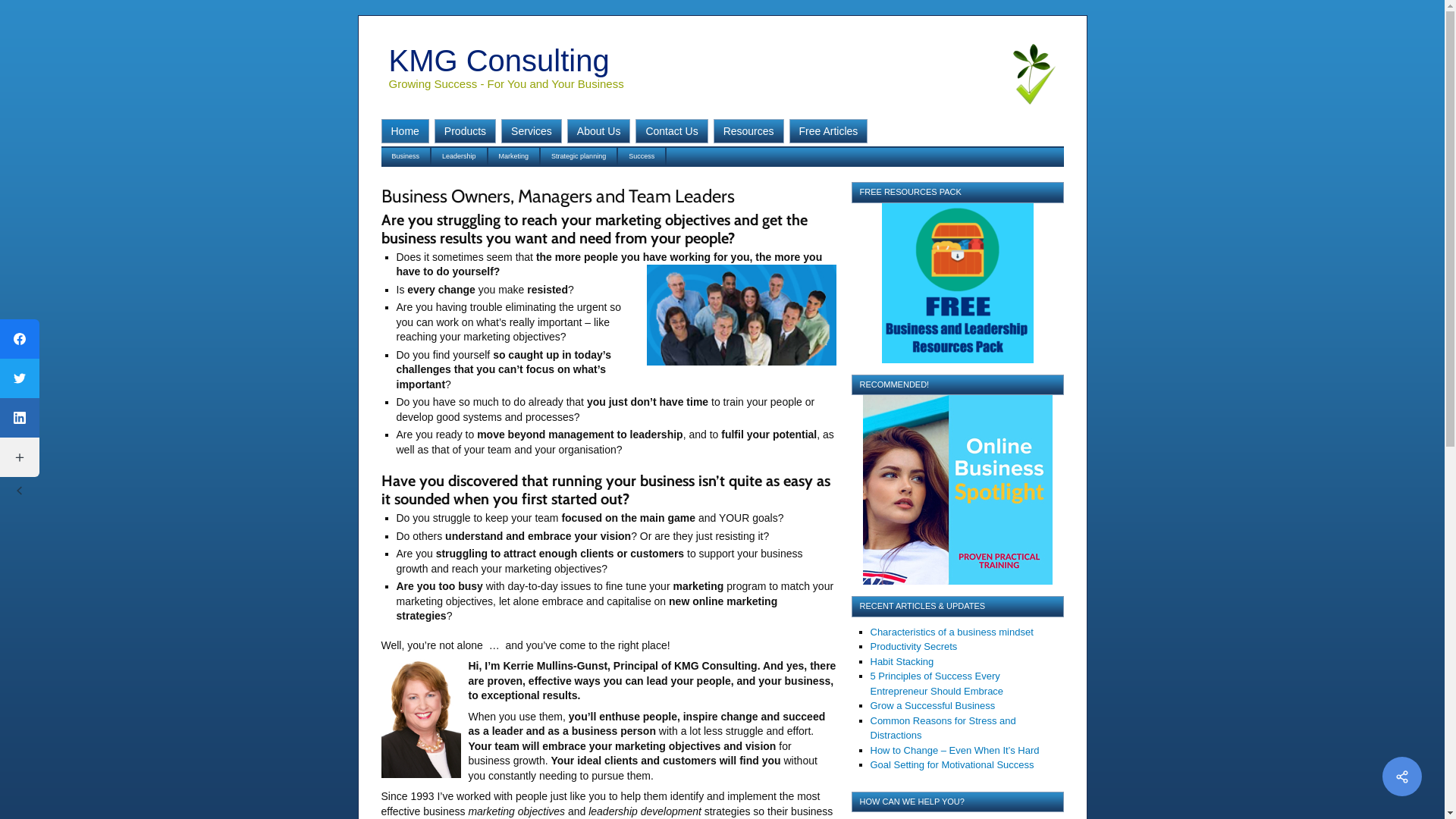 The height and width of the screenshot is (819, 1456). What do you see at coordinates (902, 660) in the screenshot?
I see `'Habit Stacking'` at bounding box center [902, 660].